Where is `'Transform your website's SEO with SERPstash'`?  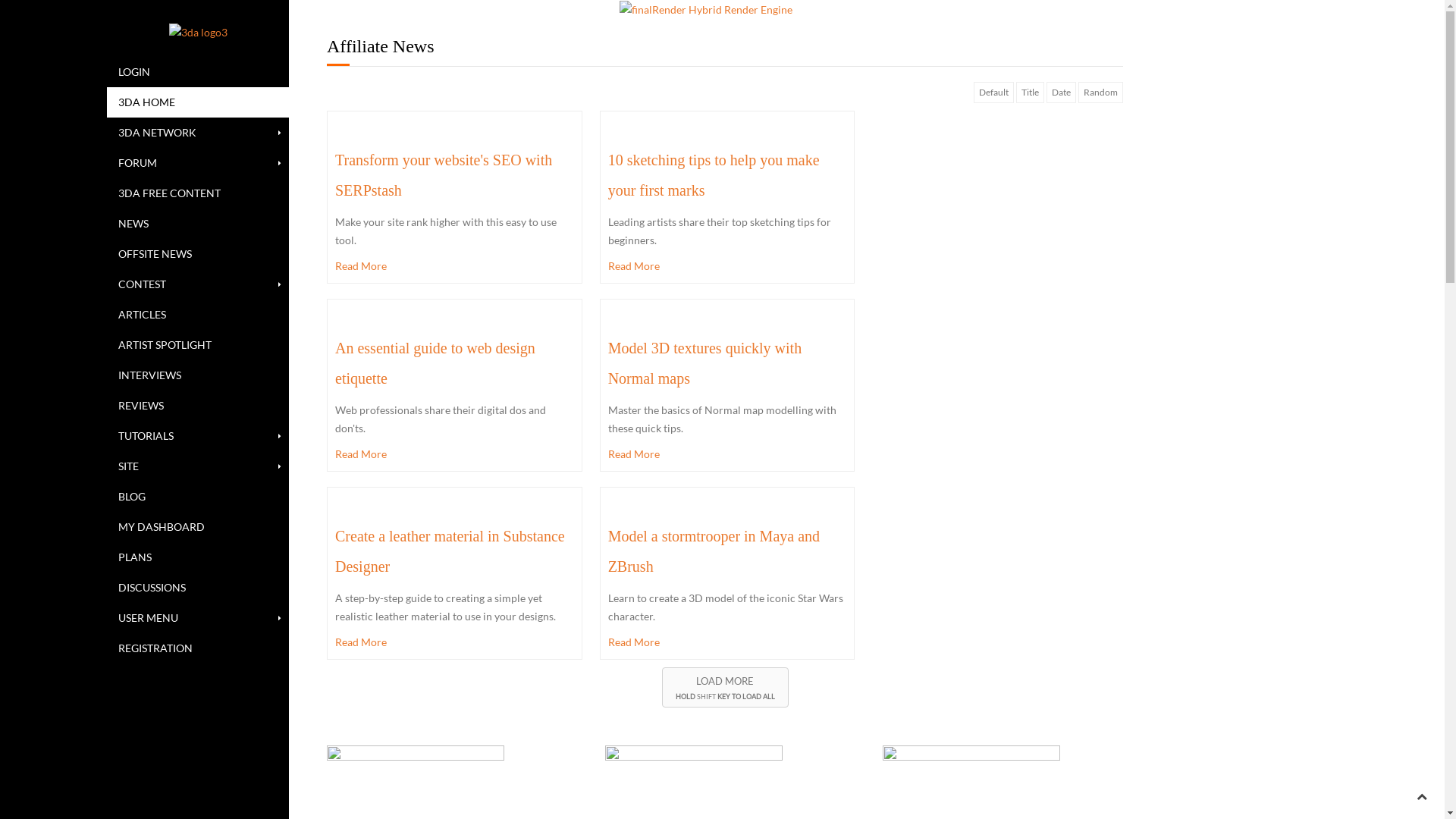
'Transform your website's SEO with SERPstash' is located at coordinates (443, 174).